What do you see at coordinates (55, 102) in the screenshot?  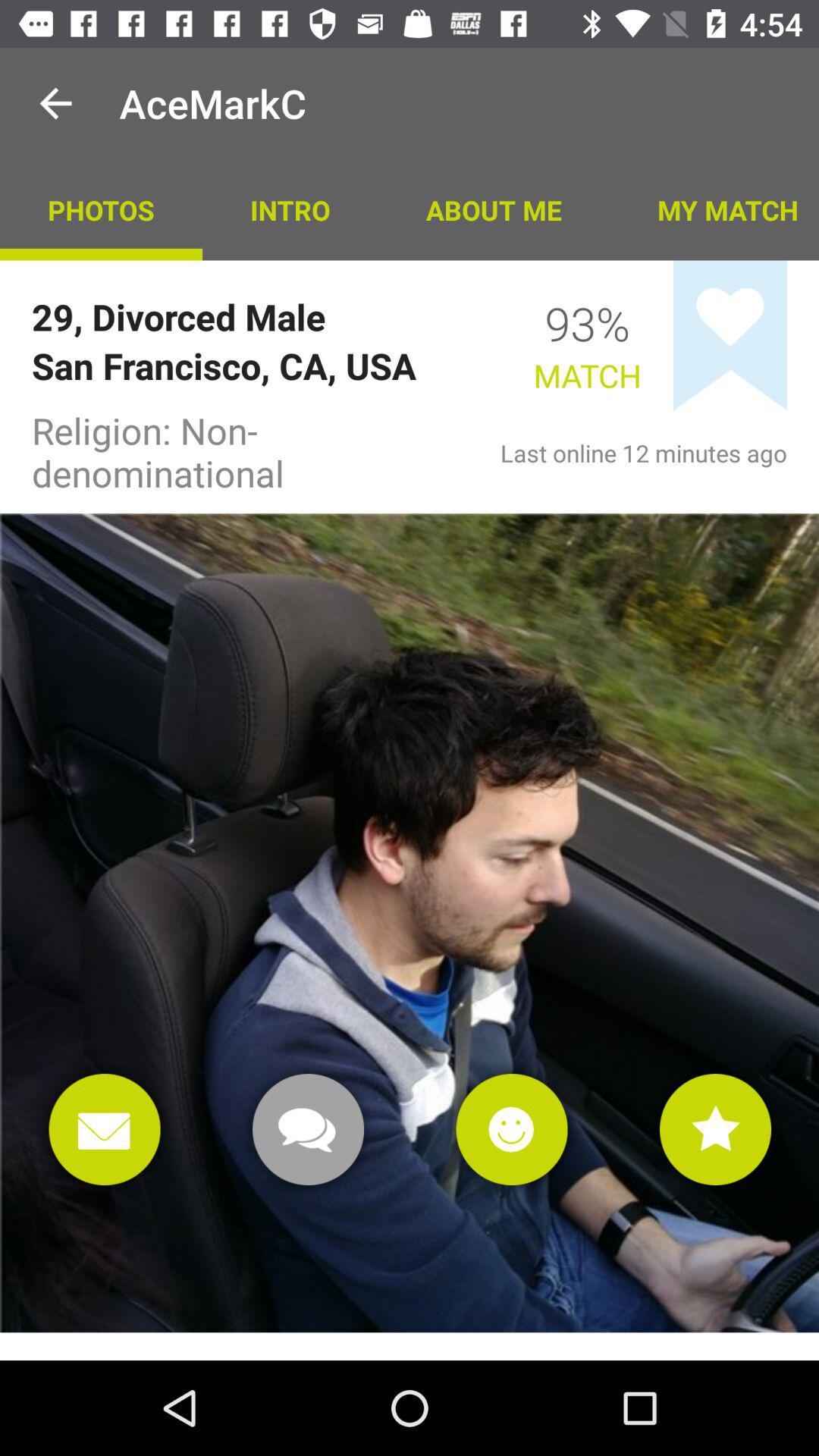 I see `item next to the acemarkc item` at bounding box center [55, 102].